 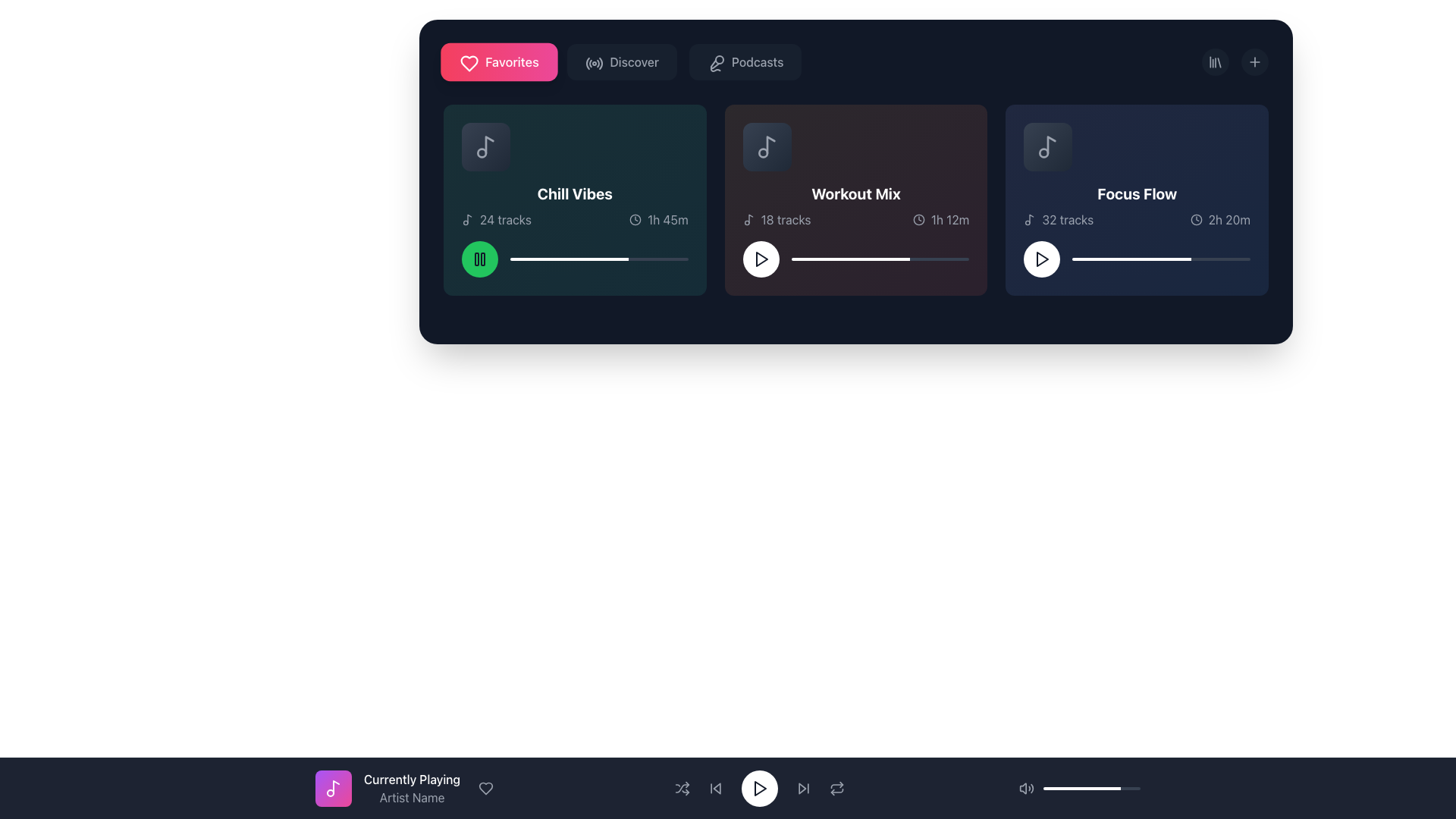 What do you see at coordinates (667, 219) in the screenshot?
I see `the Text label that informs users of the duration of the 'Chill Vibes' playlist, located to the right of the clock icon within the 'Chill Vibes' playlist card` at bounding box center [667, 219].